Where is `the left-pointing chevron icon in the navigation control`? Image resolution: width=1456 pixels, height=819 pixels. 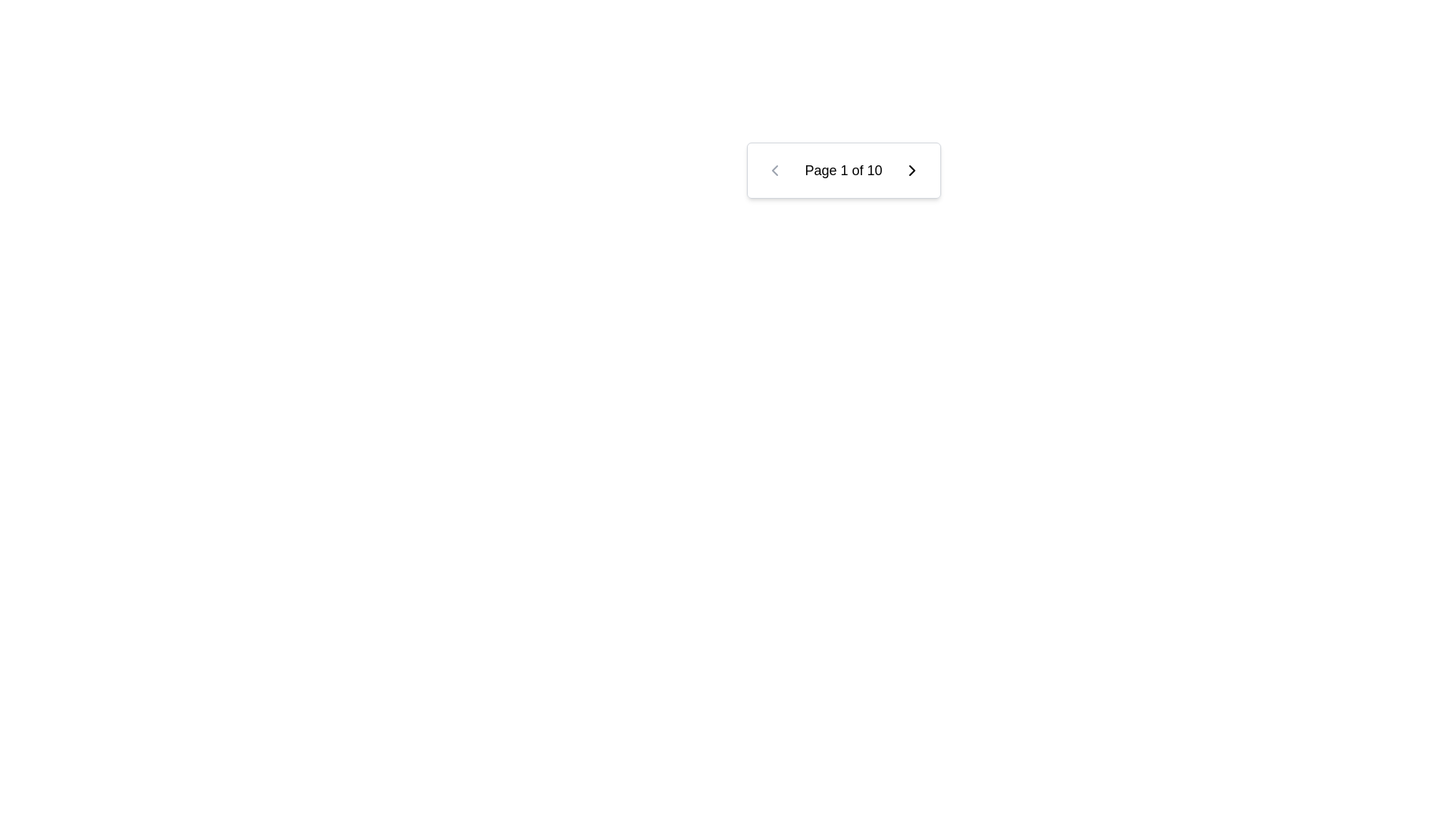
the left-pointing chevron icon in the navigation control is located at coordinates (774, 170).